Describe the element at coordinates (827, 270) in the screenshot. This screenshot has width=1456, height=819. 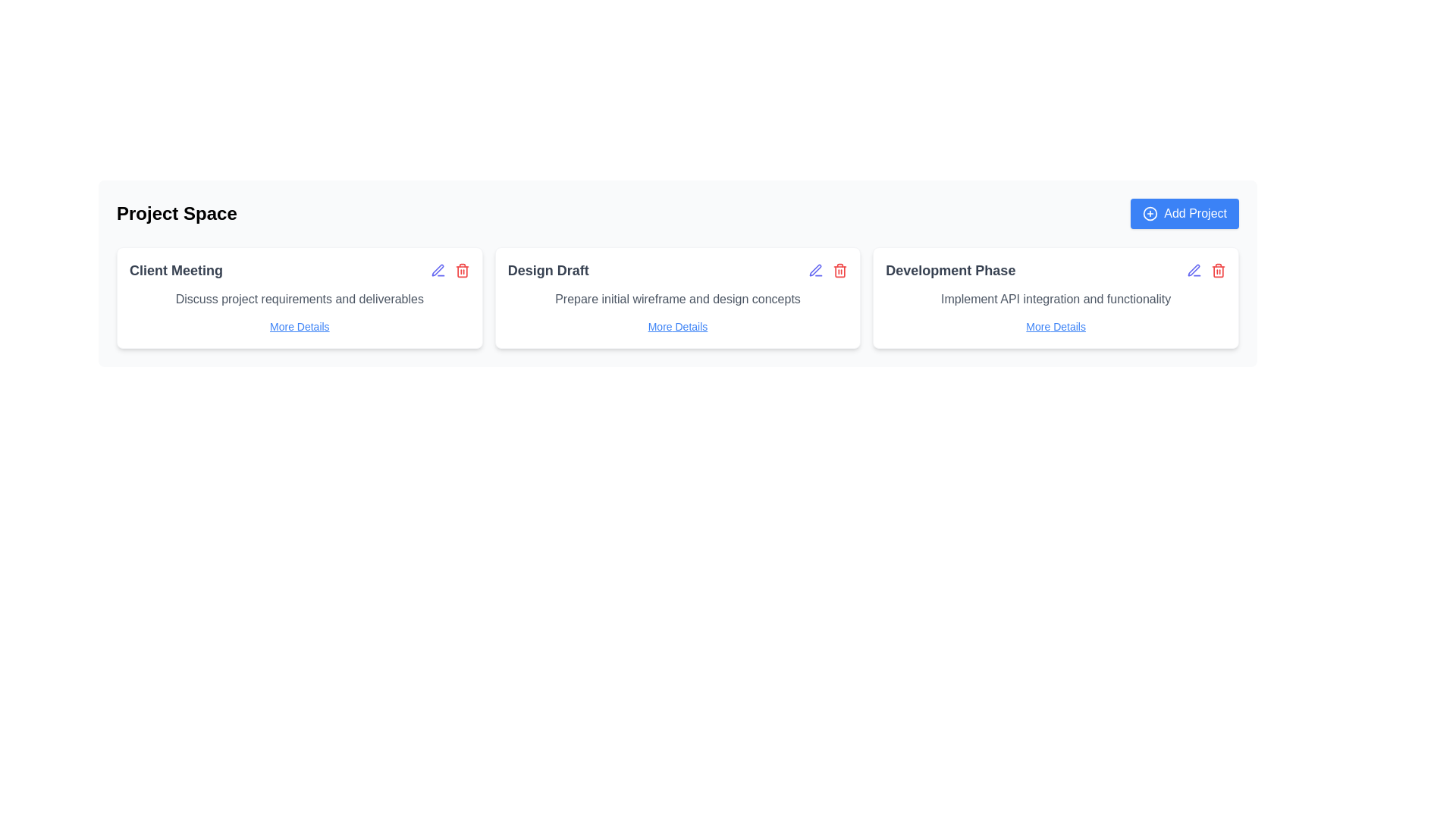
I see `the delete icon (trash can) on the composite UI component containing edit and delete buttons, positioned at the top-right of the 'Design Draft' card` at that location.